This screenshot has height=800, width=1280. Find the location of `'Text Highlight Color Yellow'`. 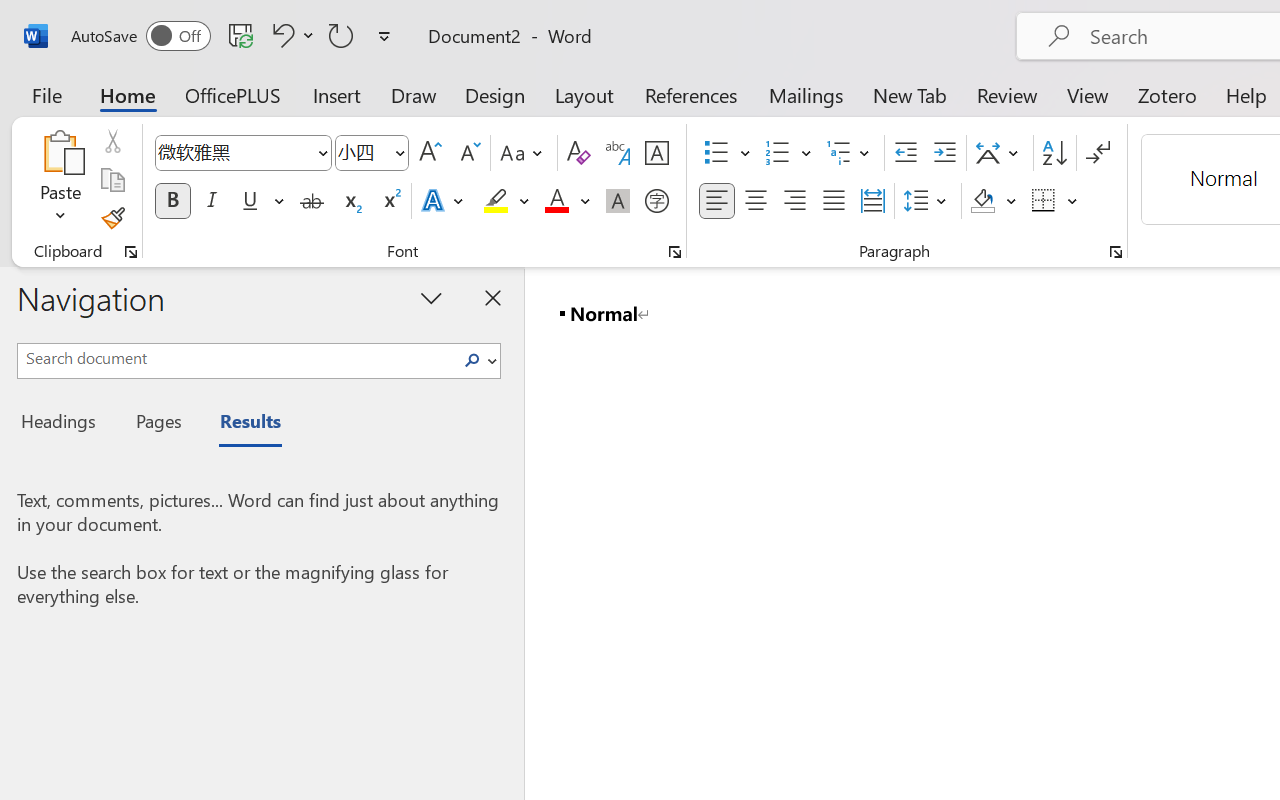

'Text Highlight Color Yellow' is located at coordinates (496, 201).